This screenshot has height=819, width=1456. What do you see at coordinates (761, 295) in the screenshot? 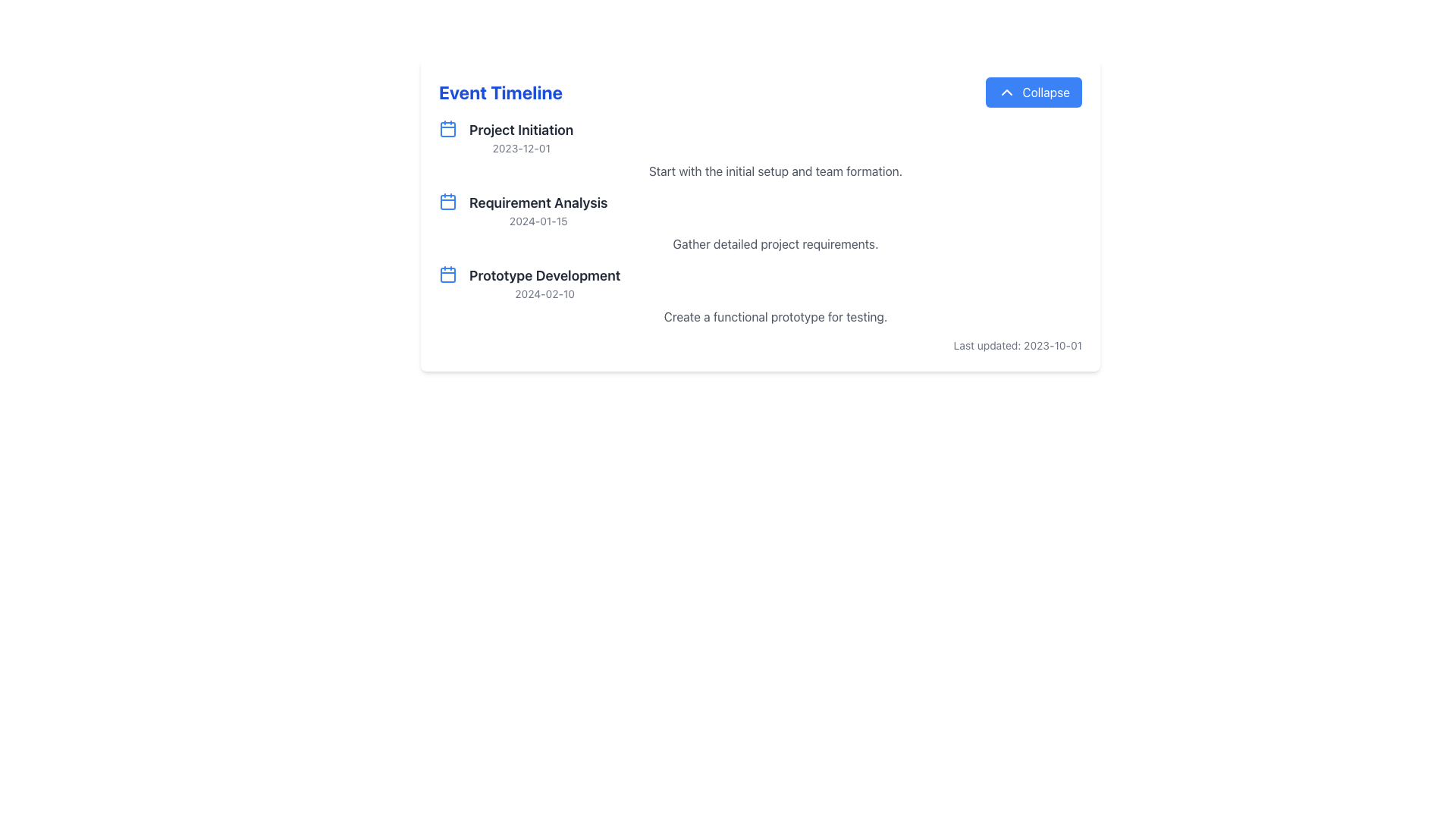
I see `the 'Prototype Development' milestone entry in the Event Timeline, which includes a bold title, a subtitle with a date, and a description` at bounding box center [761, 295].